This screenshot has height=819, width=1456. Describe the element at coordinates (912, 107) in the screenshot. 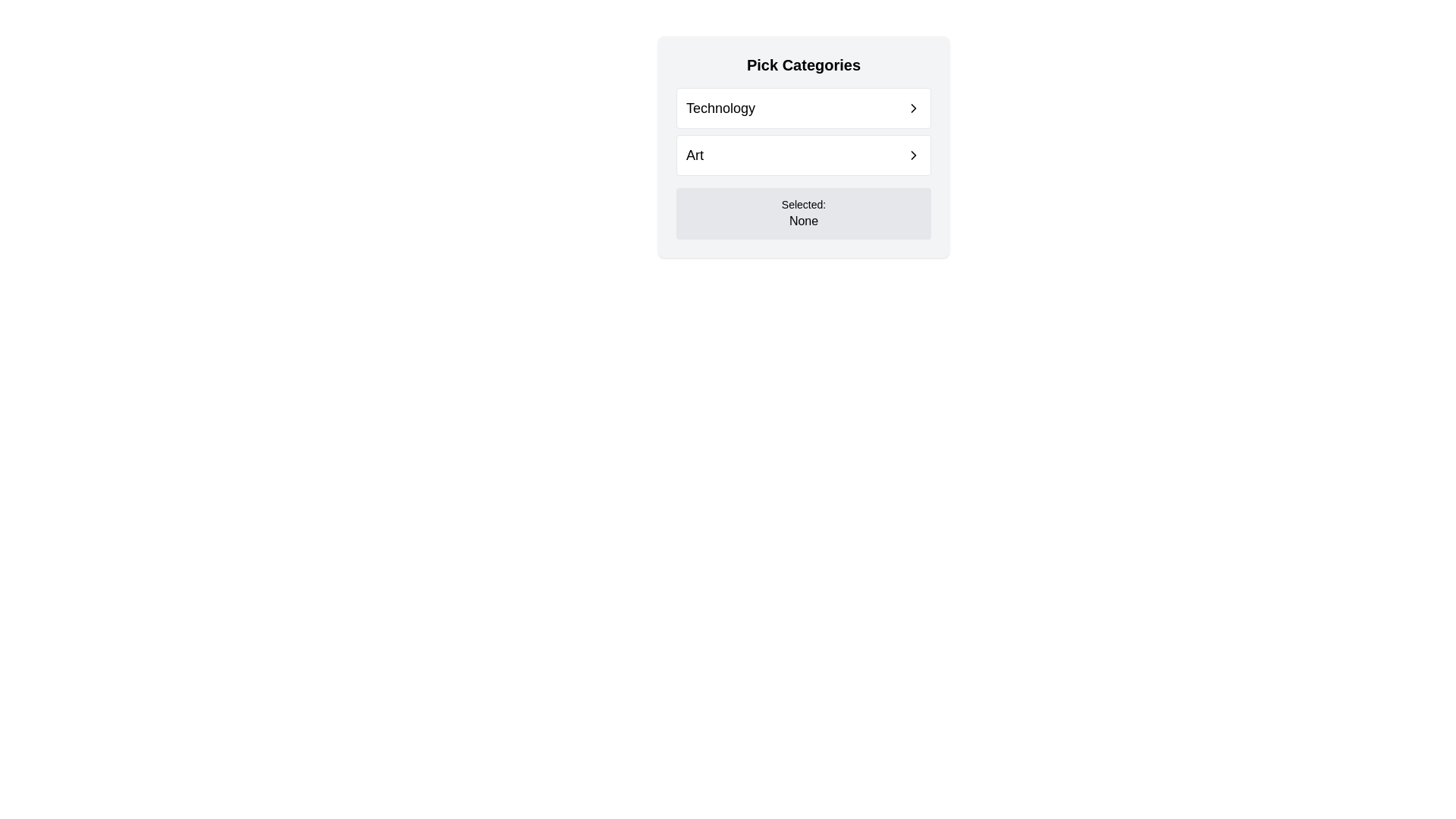

I see `the chevron icon located to the far right of the 'Technology' row in the 'Pick Categories' interface panel` at that location.